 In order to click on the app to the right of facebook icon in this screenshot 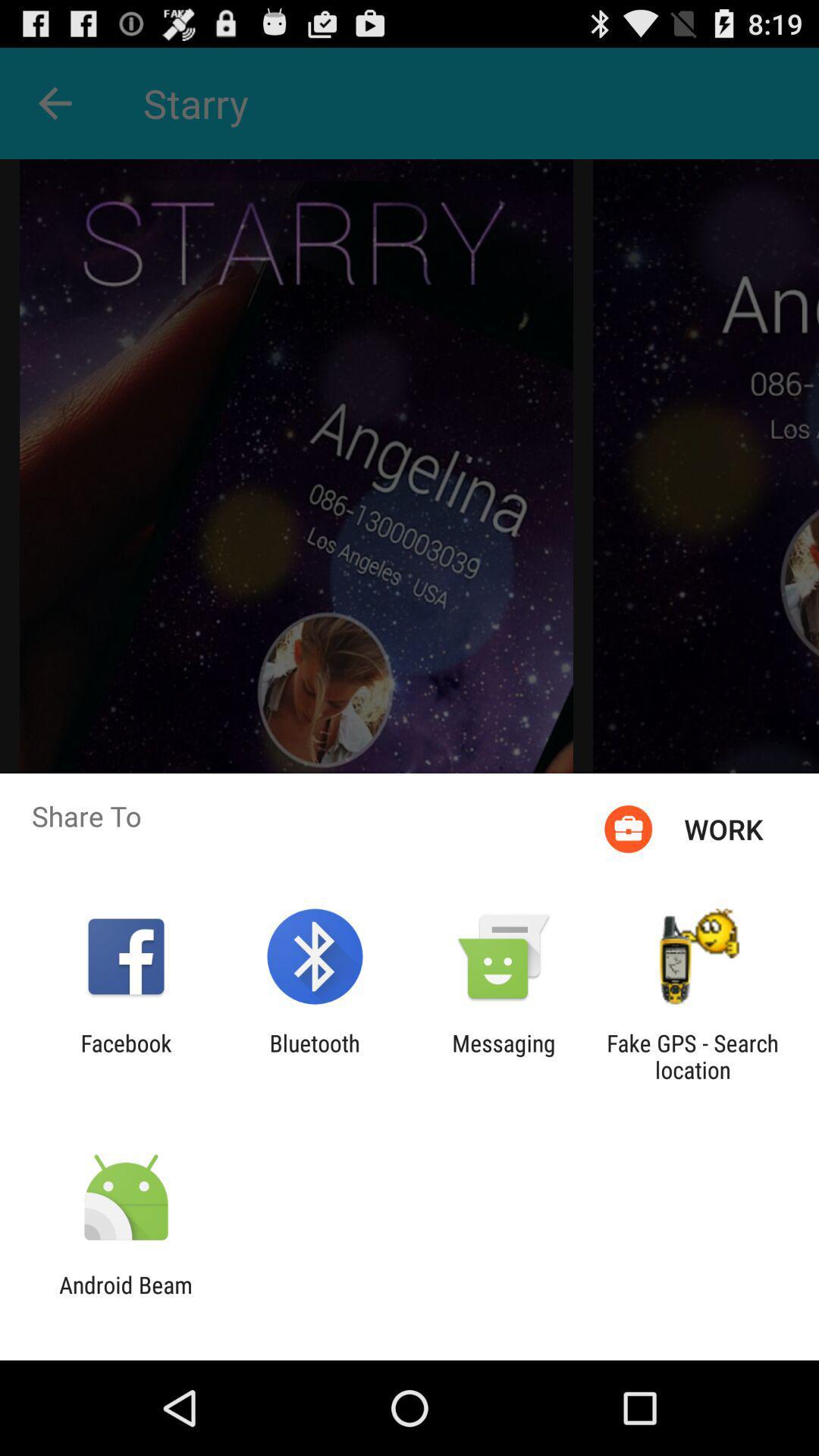, I will do `click(314, 1056)`.